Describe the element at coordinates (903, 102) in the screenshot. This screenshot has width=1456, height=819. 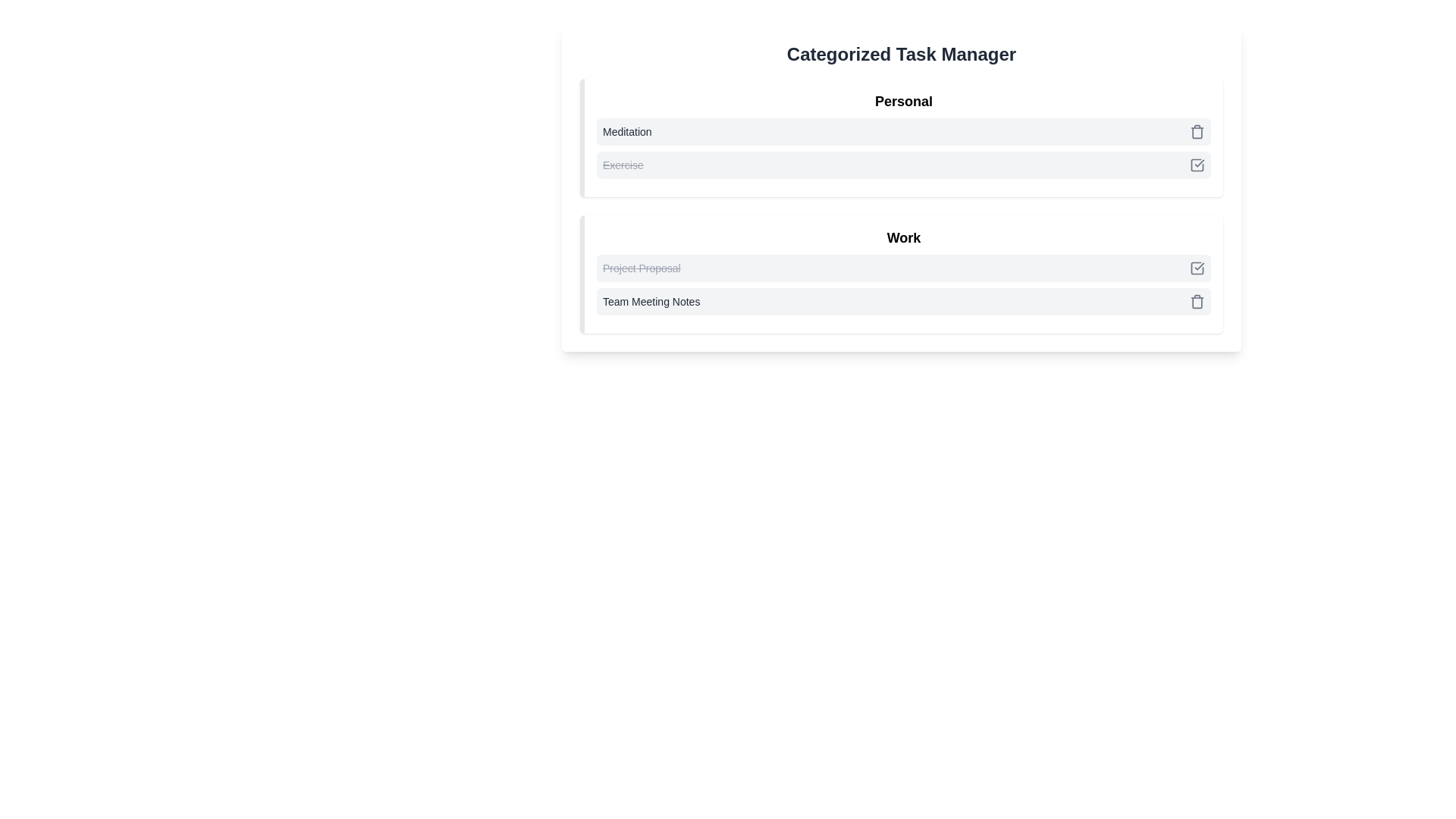
I see `the header text that categorizes related items, positioned above 'Meditation' and 'Exercise'` at that location.